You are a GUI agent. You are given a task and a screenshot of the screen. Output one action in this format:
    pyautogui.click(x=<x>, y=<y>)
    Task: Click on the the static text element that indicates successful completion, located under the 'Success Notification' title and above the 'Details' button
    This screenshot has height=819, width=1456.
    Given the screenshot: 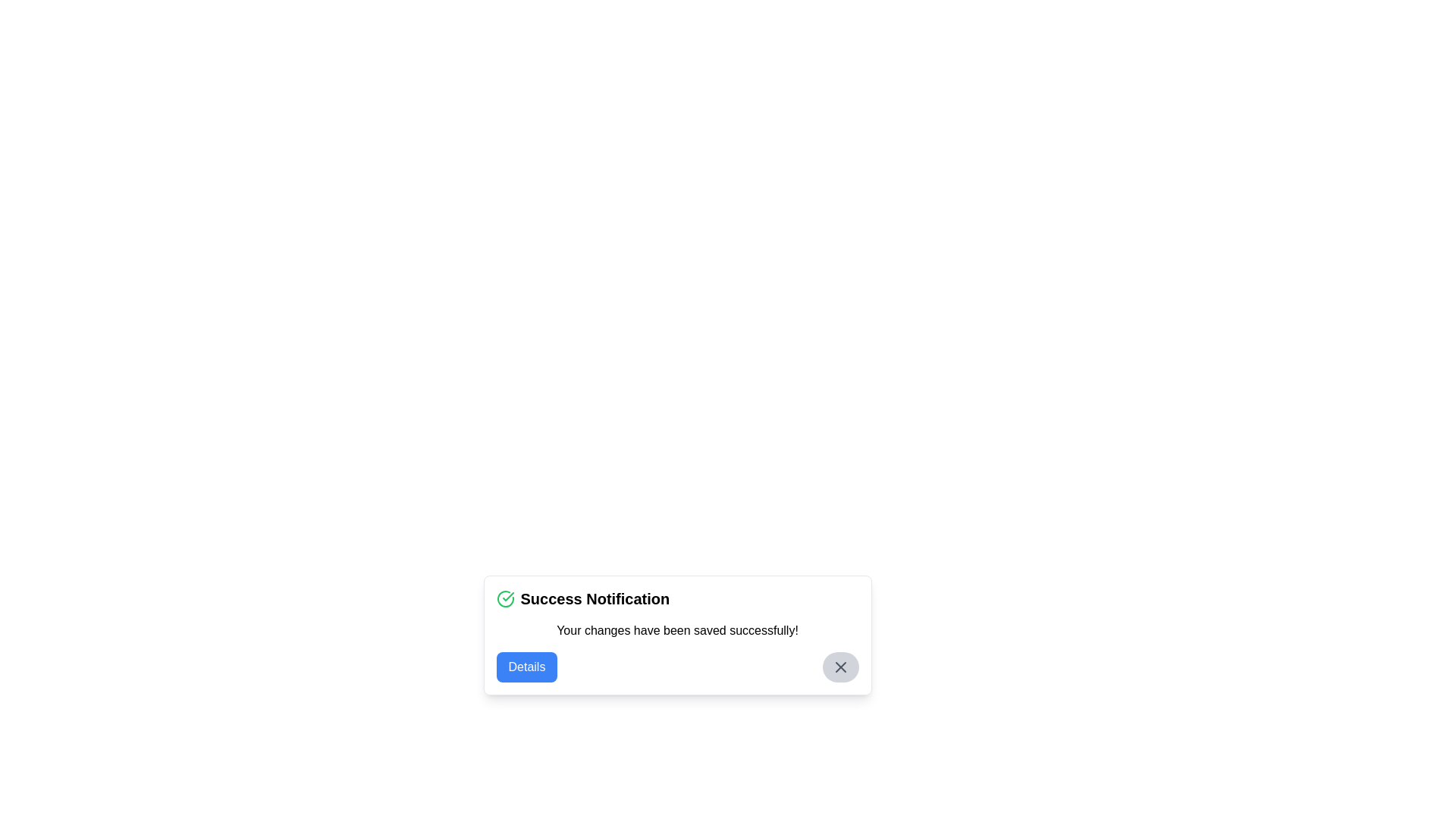 What is the action you would take?
    pyautogui.click(x=676, y=631)
    